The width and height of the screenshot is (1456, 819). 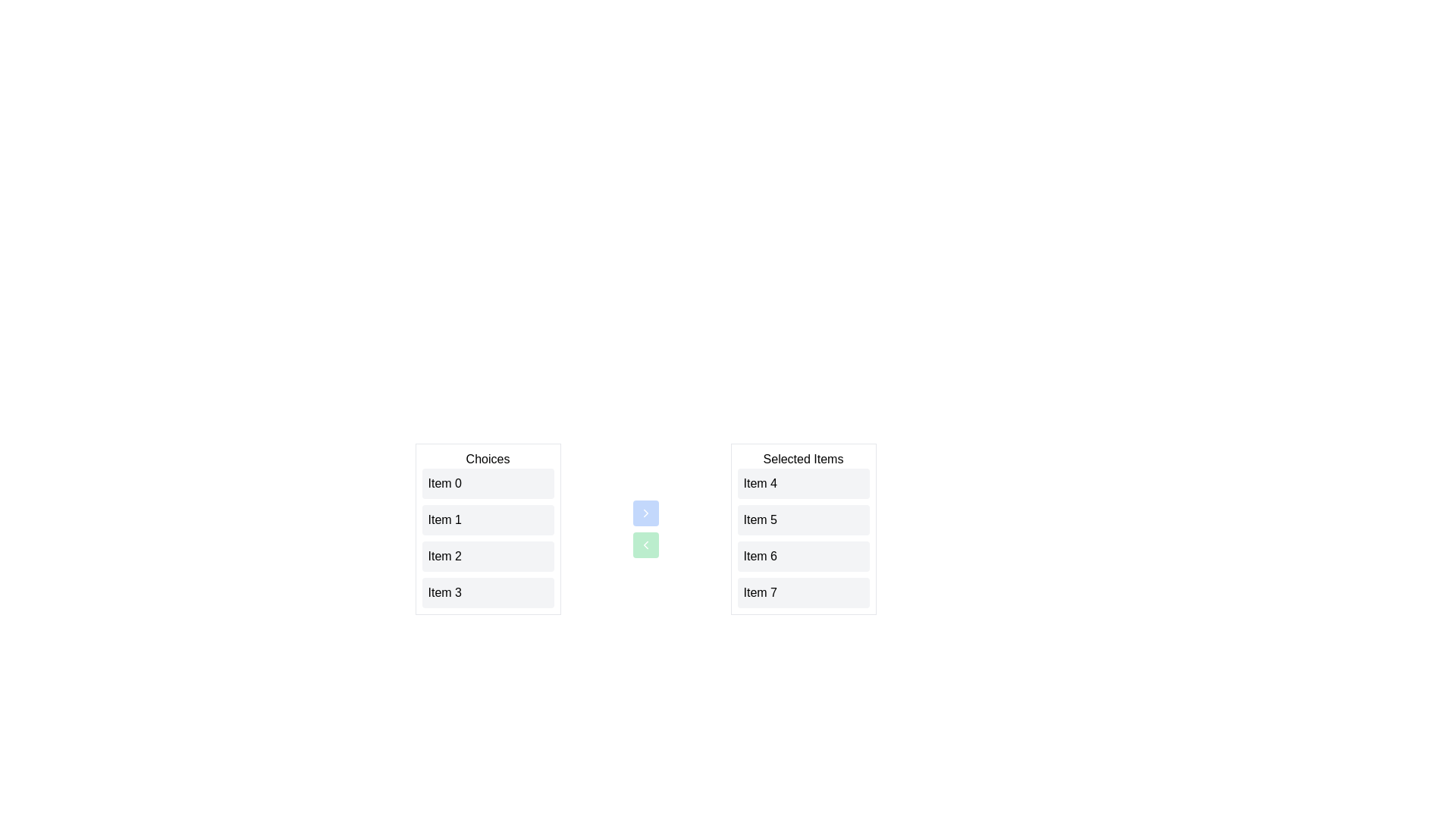 I want to click on the second list item in the 'Selected Items' group, so click(x=802, y=519).